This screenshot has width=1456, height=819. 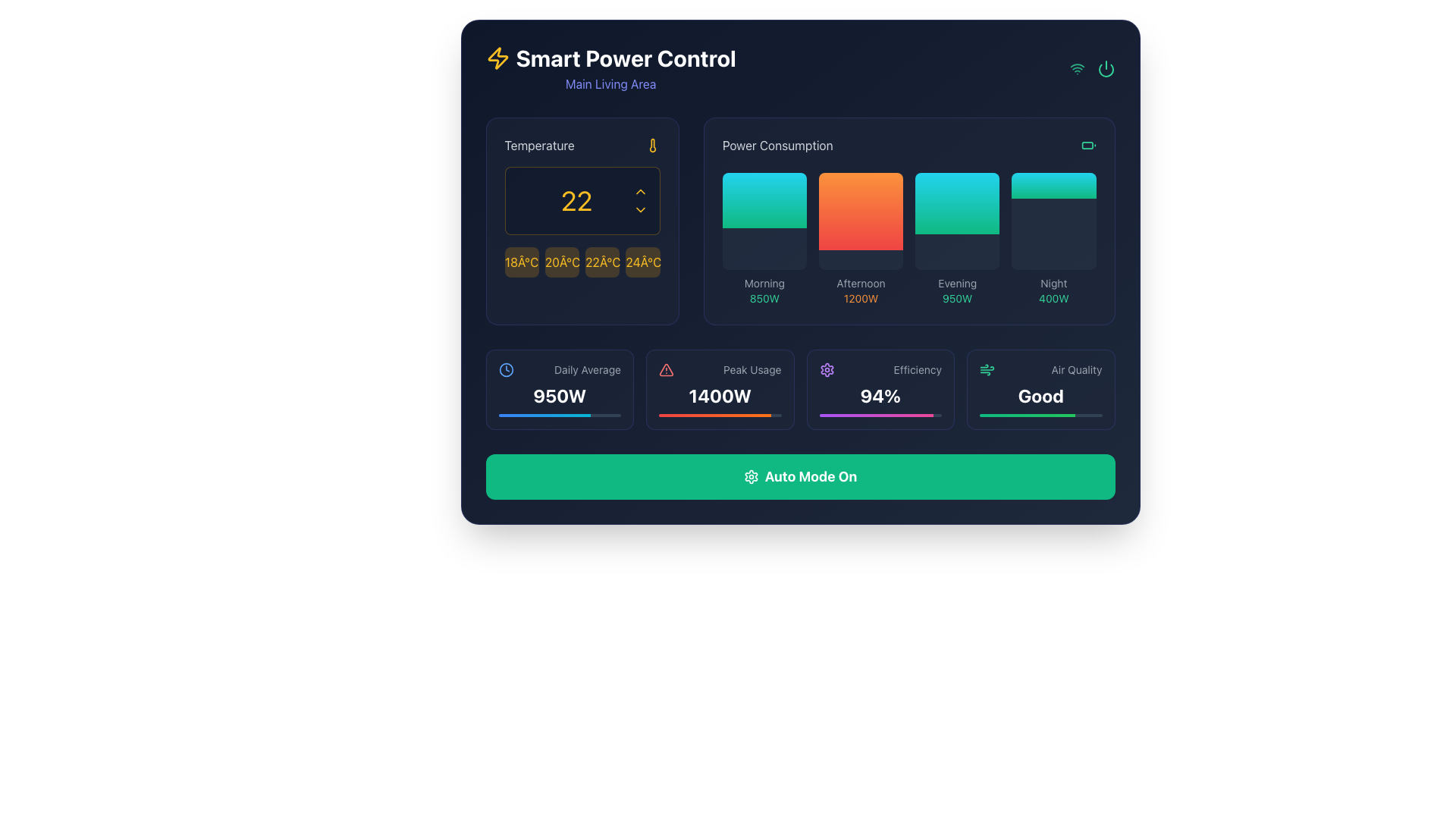 I want to click on the button for selecting 20°C in the Temperature section, which is the second button in a horizontal layout of temperature options, so click(x=561, y=262).